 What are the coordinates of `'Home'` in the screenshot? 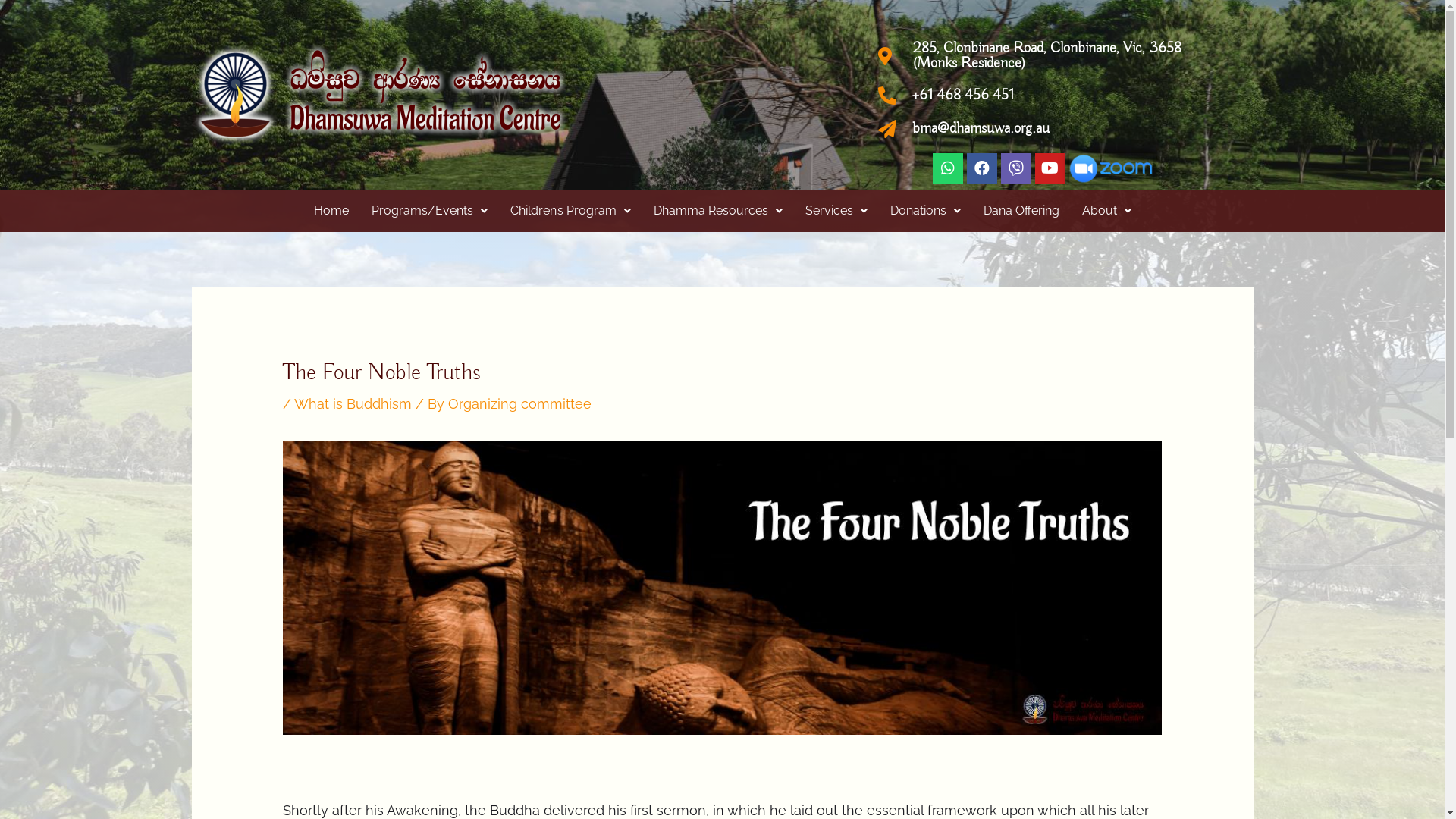 It's located at (302, 210).